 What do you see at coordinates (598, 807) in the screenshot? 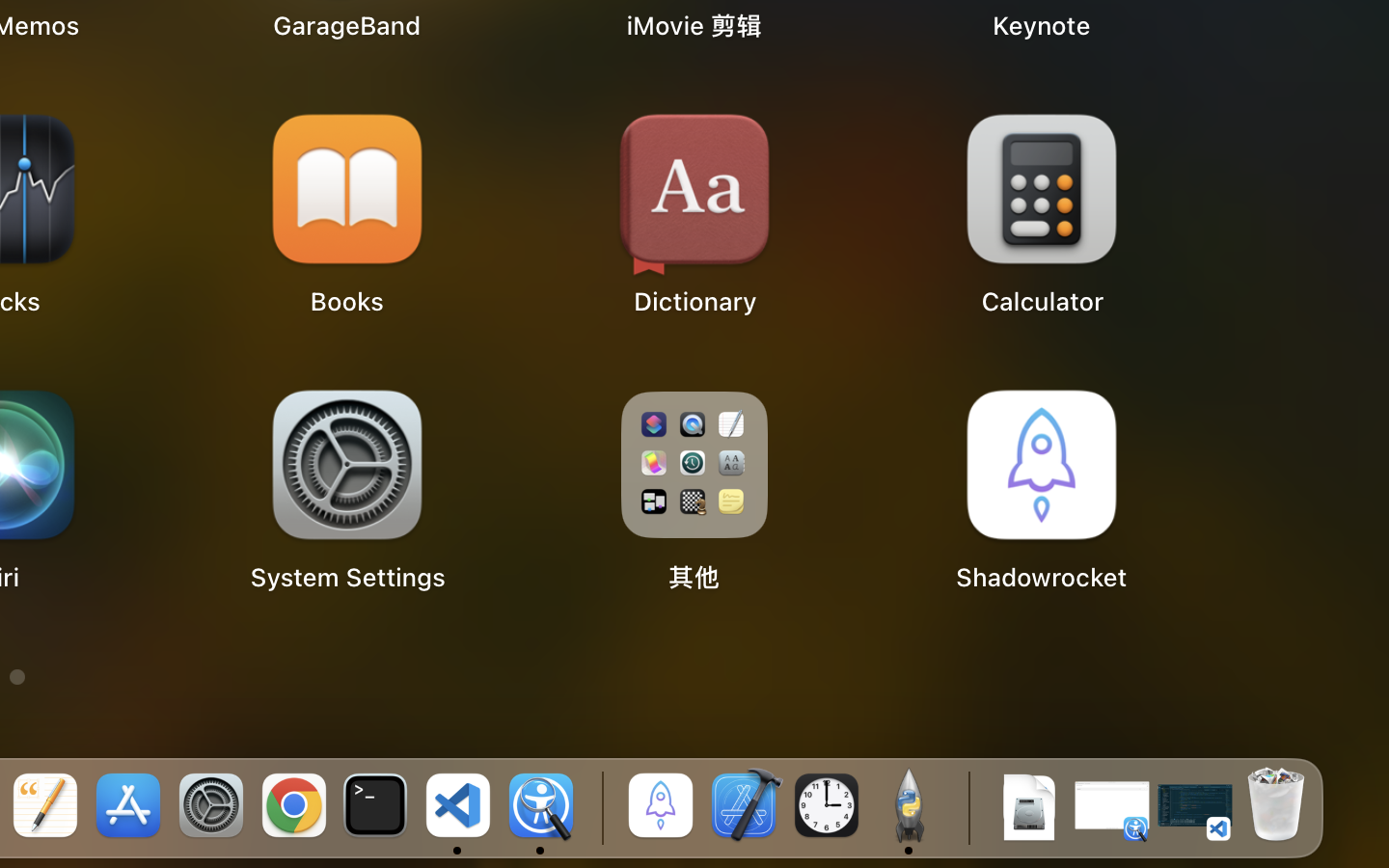
I see `'0.4285714328289032'` at bounding box center [598, 807].